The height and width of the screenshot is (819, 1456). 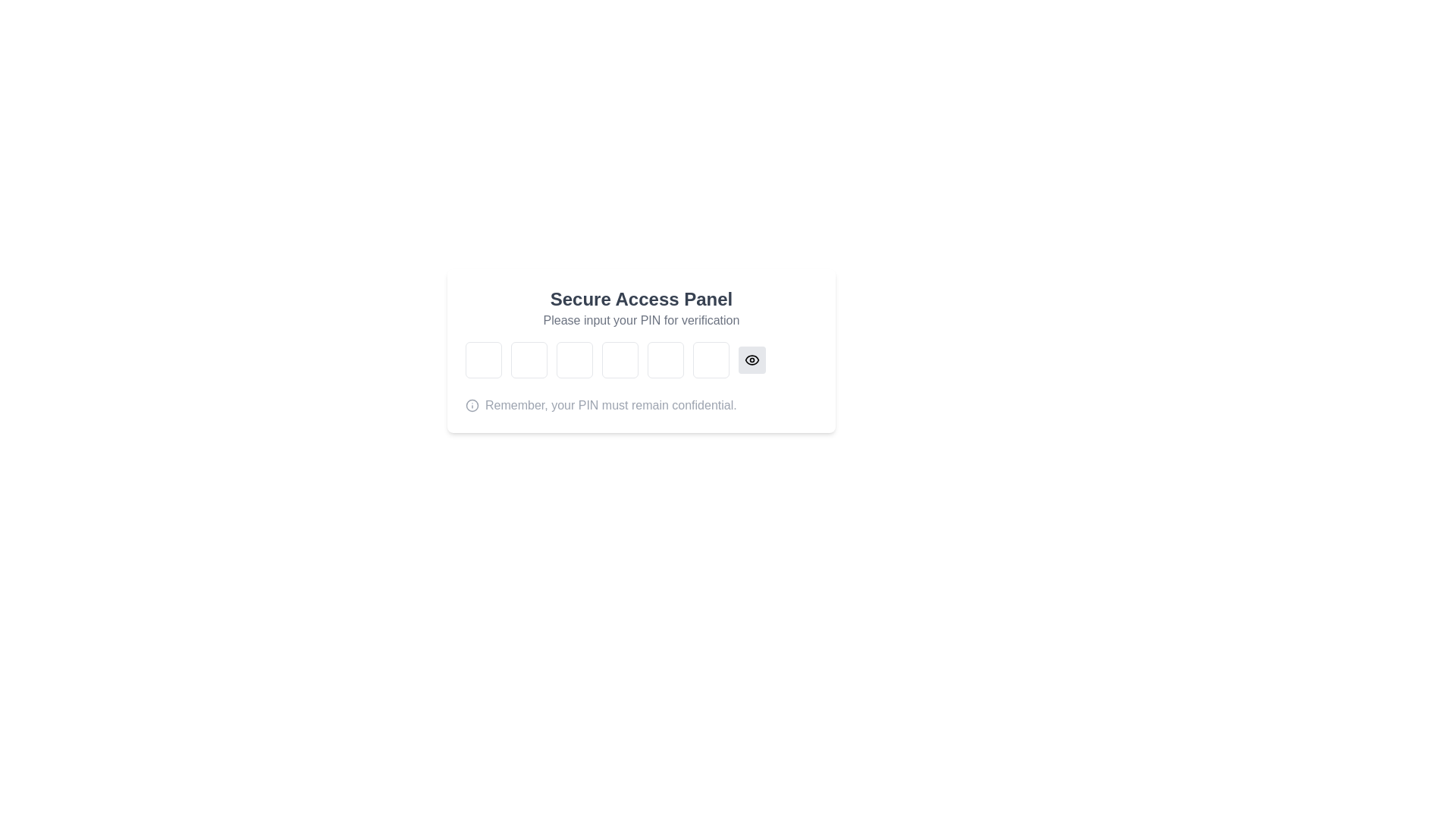 What do you see at coordinates (472, 405) in the screenshot?
I see `the informational icon located at the lower section of the card containing PIN input fields, which is the leftmost element in a horizontal arrangement preceding the text about PIN confidentiality` at bounding box center [472, 405].